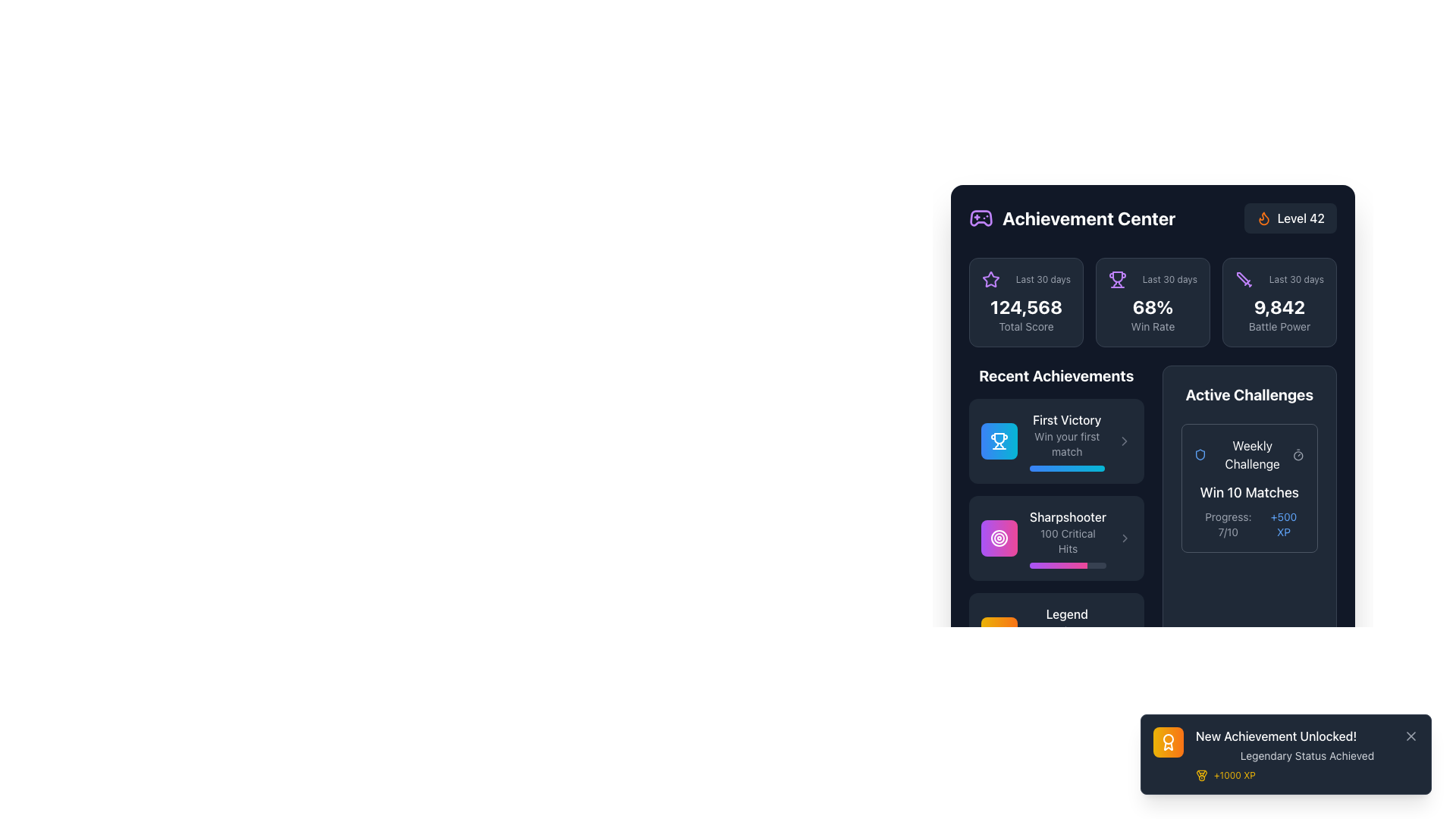 Image resolution: width=1456 pixels, height=819 pixels. I want to click on the Progress Bar located at the bottom of the 'Legend' section under 'Recent Achievements', which features a dark background and a colored section transitioning from yellow to orange, so click(1066, 662).